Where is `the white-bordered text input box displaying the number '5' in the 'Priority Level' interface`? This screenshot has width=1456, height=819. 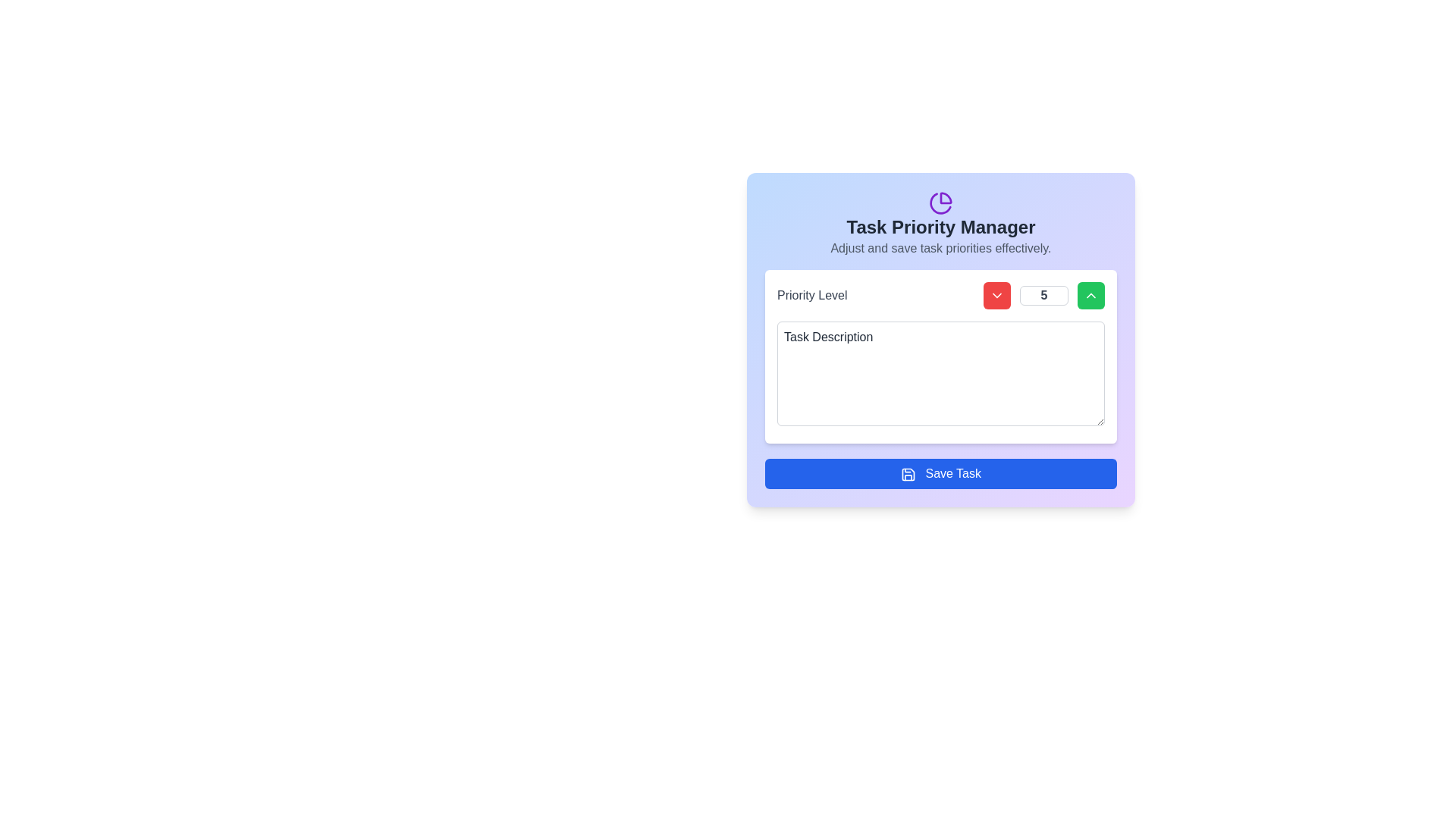
the white-bordered text input box displaying the number '5' in the 'Priority Level' interface is located at coordinates (1043, 295).